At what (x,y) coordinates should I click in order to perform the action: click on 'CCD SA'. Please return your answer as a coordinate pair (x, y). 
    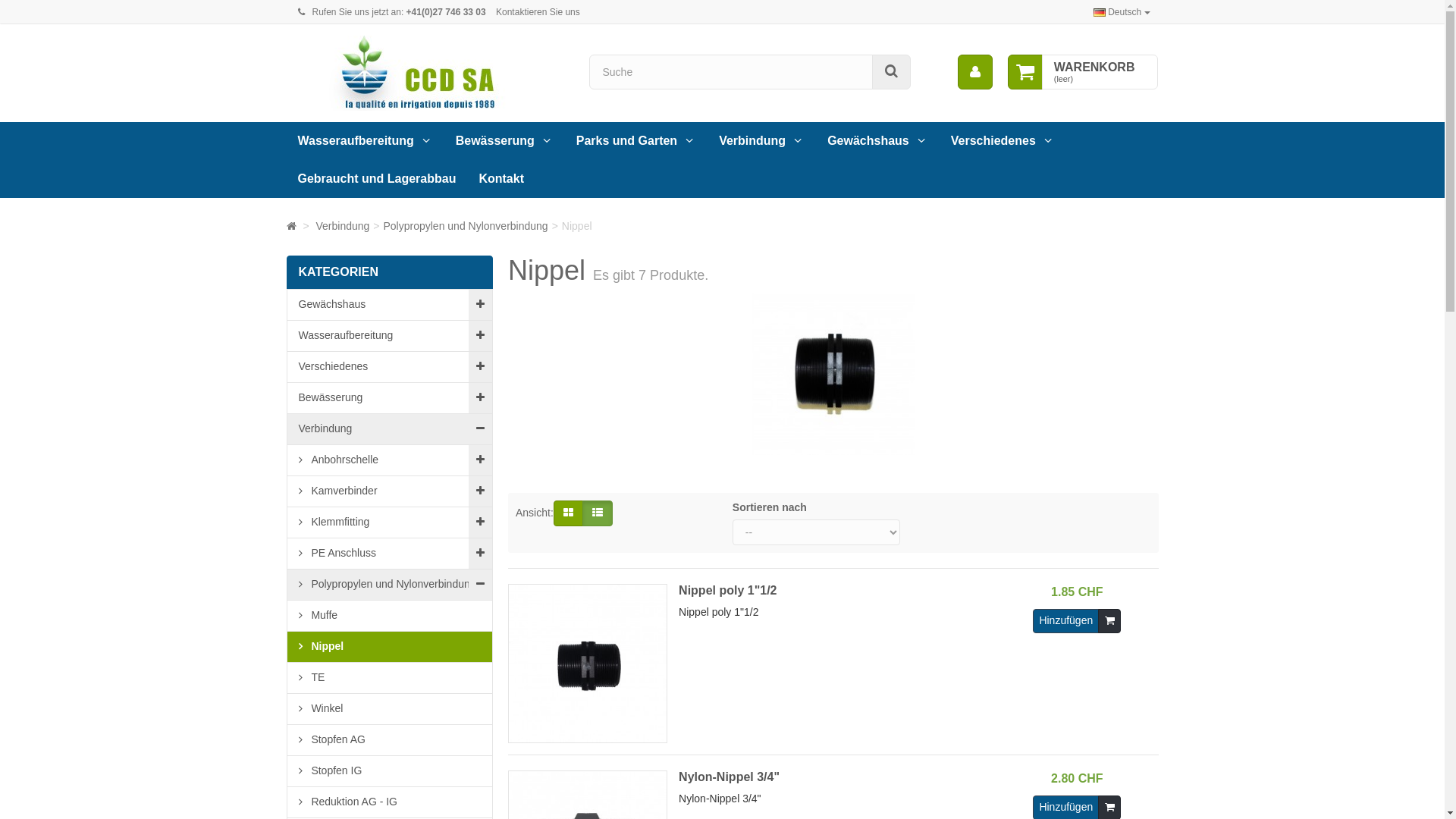
    Looking at the image, I should click on (425, 73).